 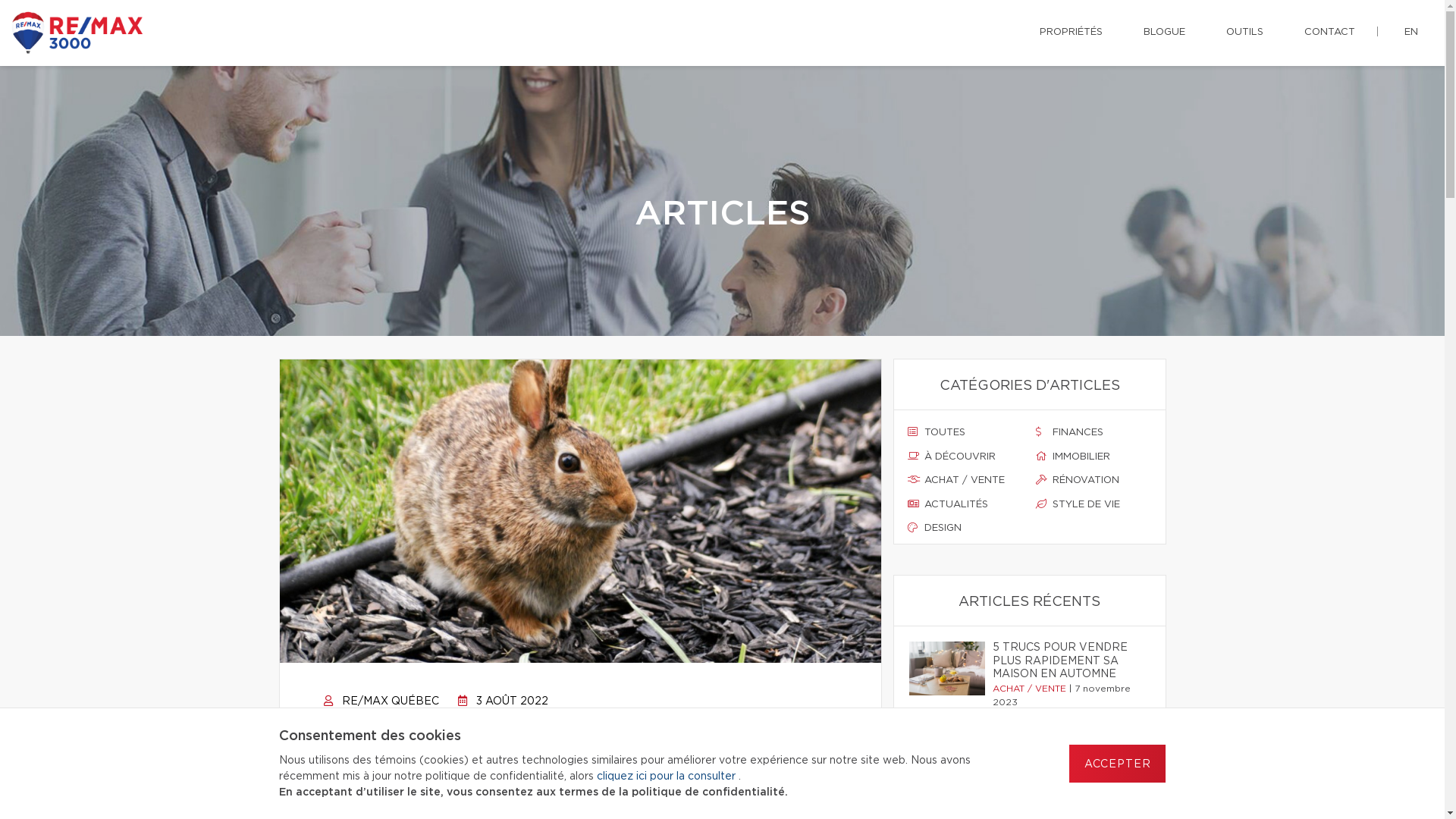 I want to click on '5 TRUCS POUR VENDRE PLUS RAPIDEMENT SA MAISON EN AUTOMNE', so click(x=992, y=661).